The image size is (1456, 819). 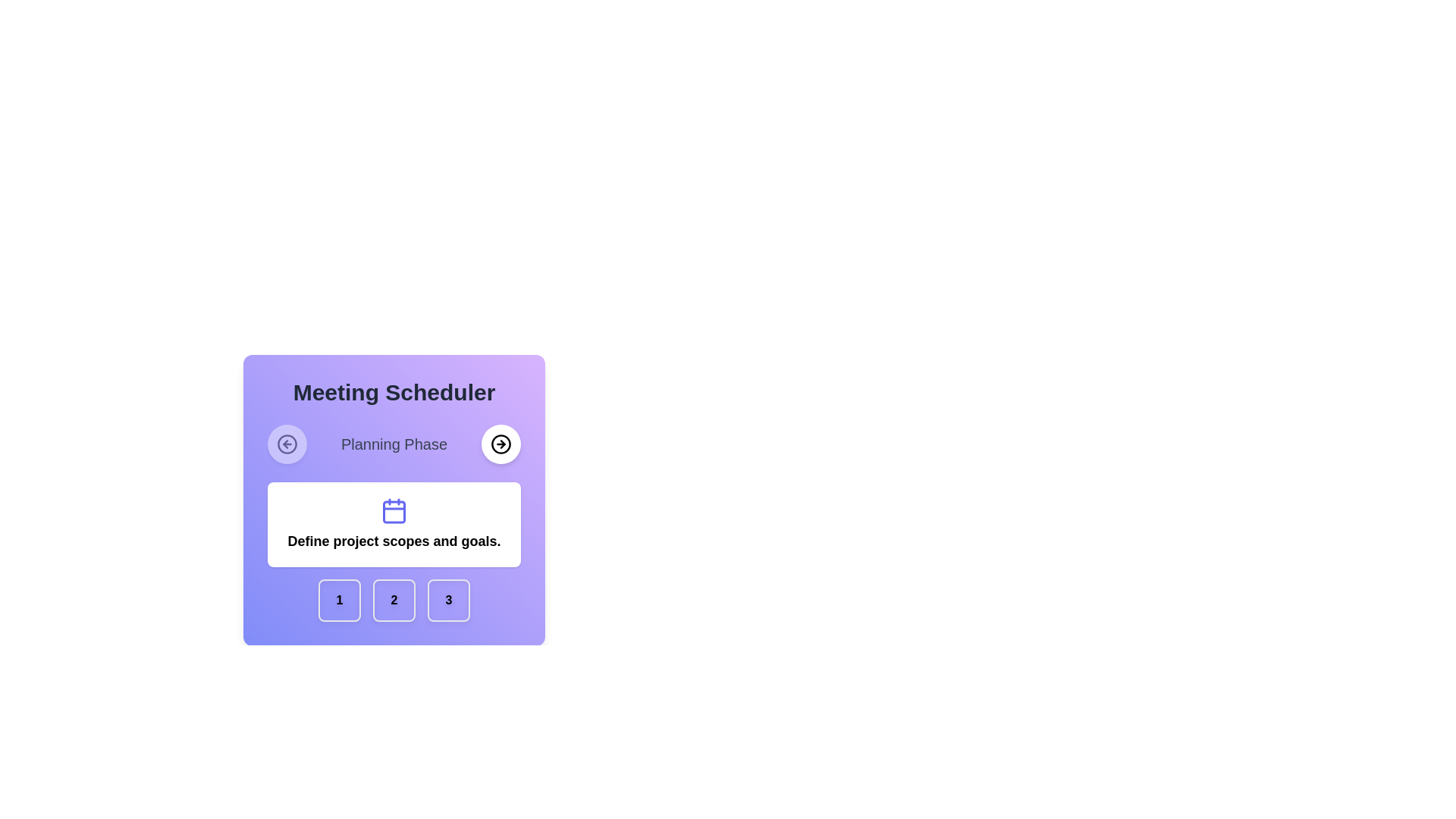 I want to click on the decorative calendar icon with a blue outline, located at the center above the text 'Define project scopes and goals.', so click(x=394, y=511).